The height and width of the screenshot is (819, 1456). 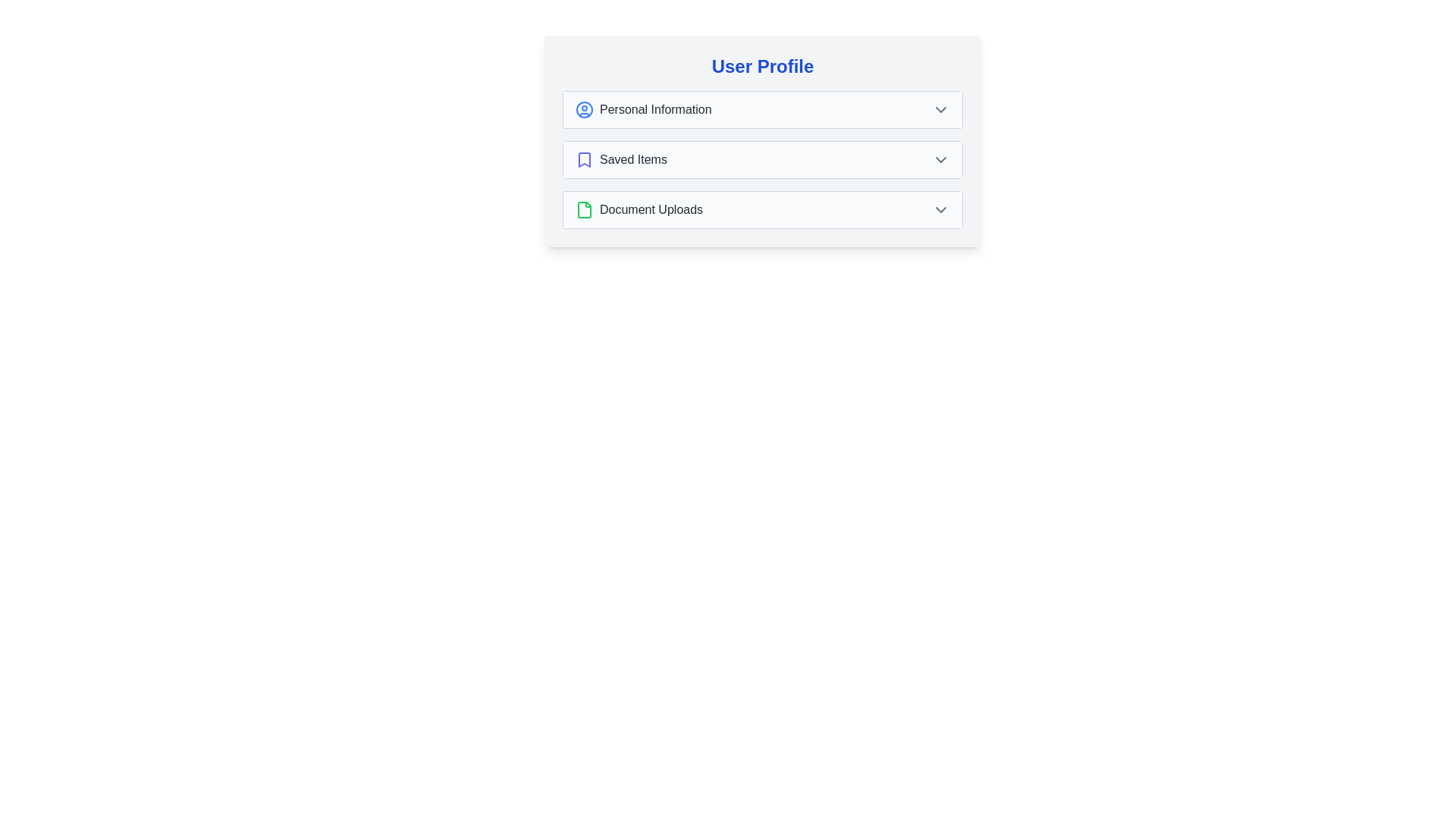 What do you see at coordinates (643, 109) in the screenshot?
I see `the 'Personal Information' header label with icon located at the top of the vertical list under the 'User Profile' section` at bounding box center [643, 109].